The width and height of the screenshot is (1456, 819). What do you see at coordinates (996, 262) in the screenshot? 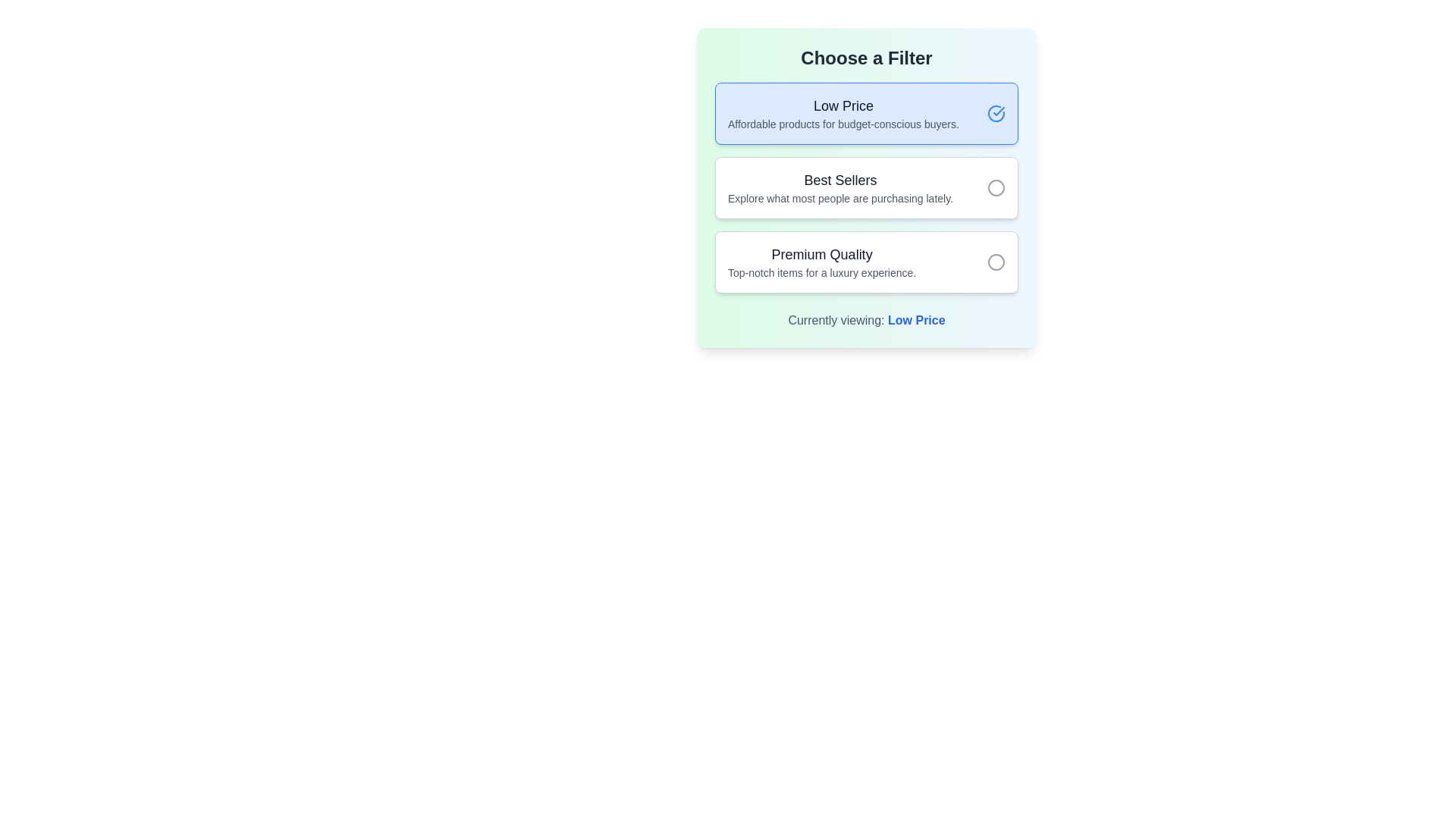
I see `the circular radio button for the 'Premium Quality' option` at bounding box center [996, 262].